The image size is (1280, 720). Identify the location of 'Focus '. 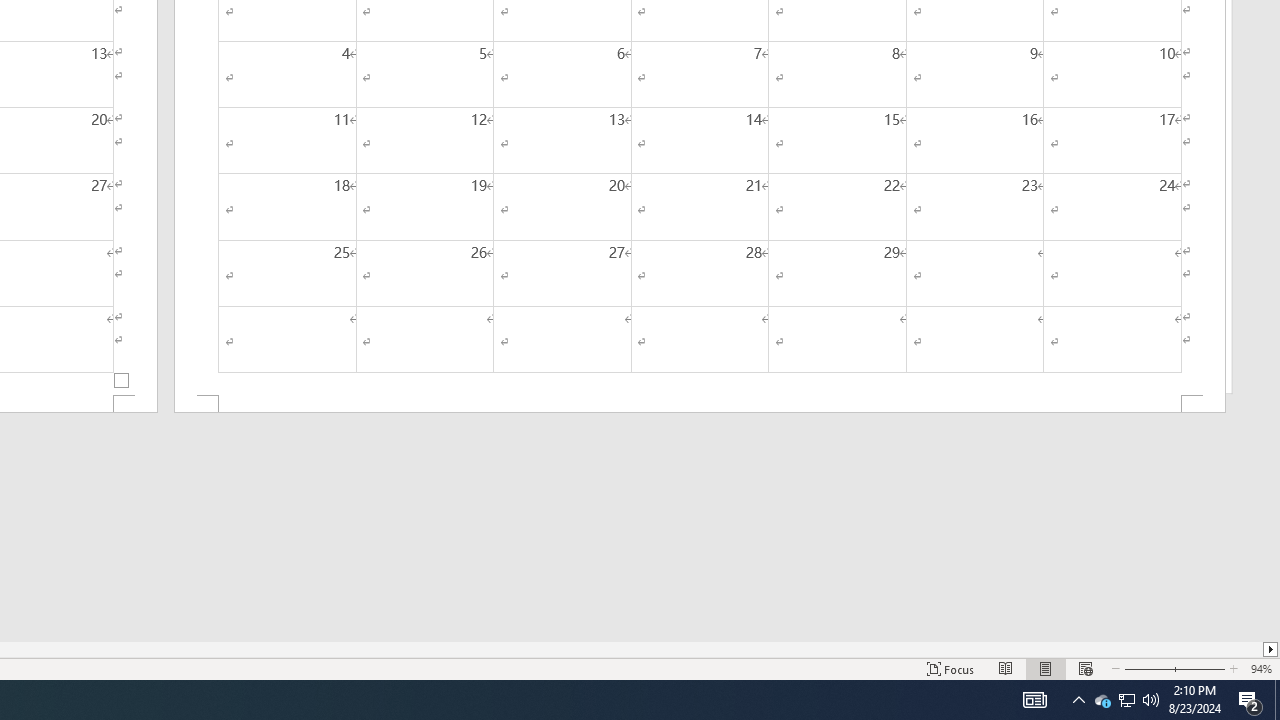
(950, 669).